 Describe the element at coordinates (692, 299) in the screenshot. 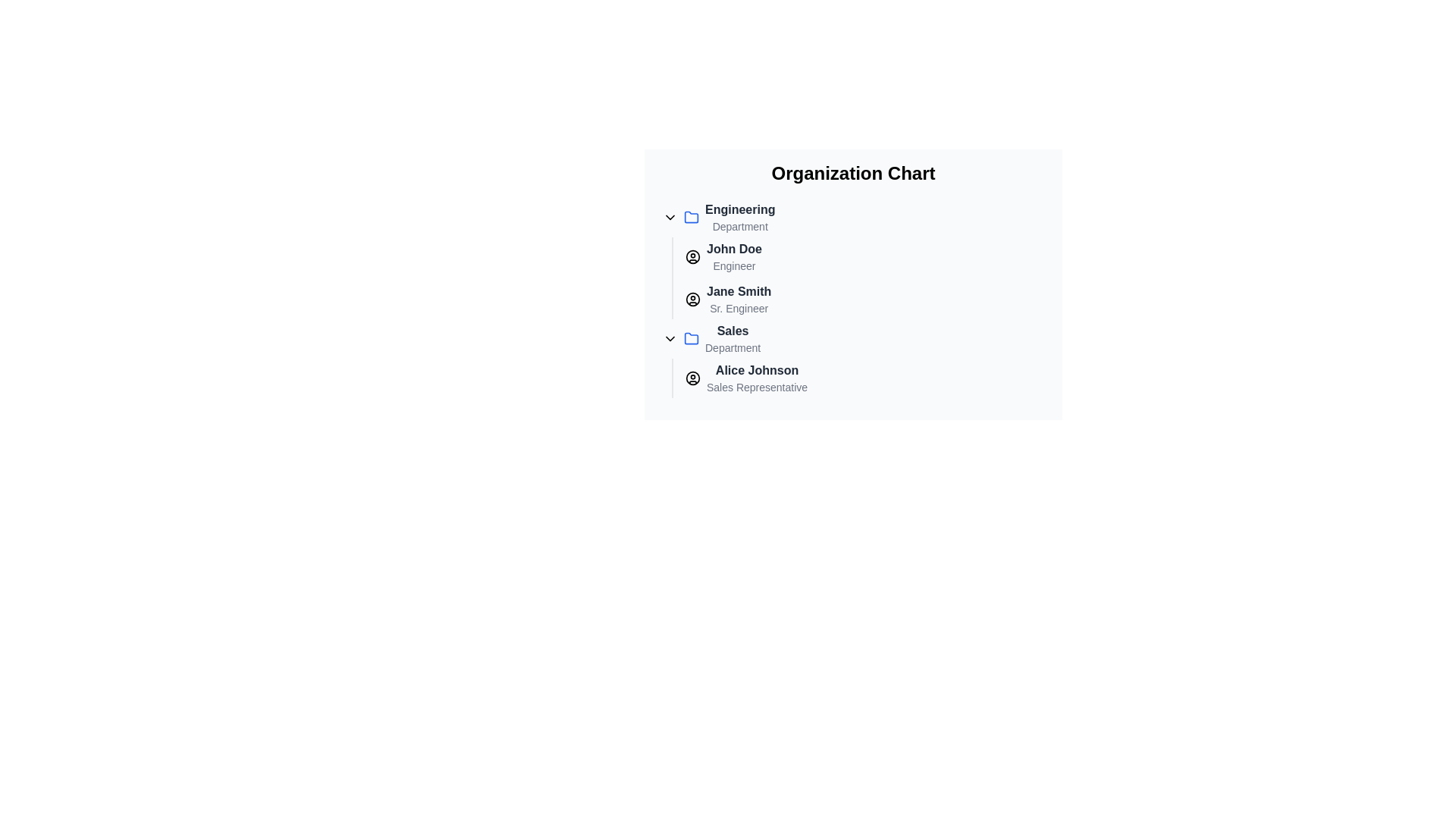

I see `the Decorative SVG circle that represents a user icon in the organizational listing` at that location.